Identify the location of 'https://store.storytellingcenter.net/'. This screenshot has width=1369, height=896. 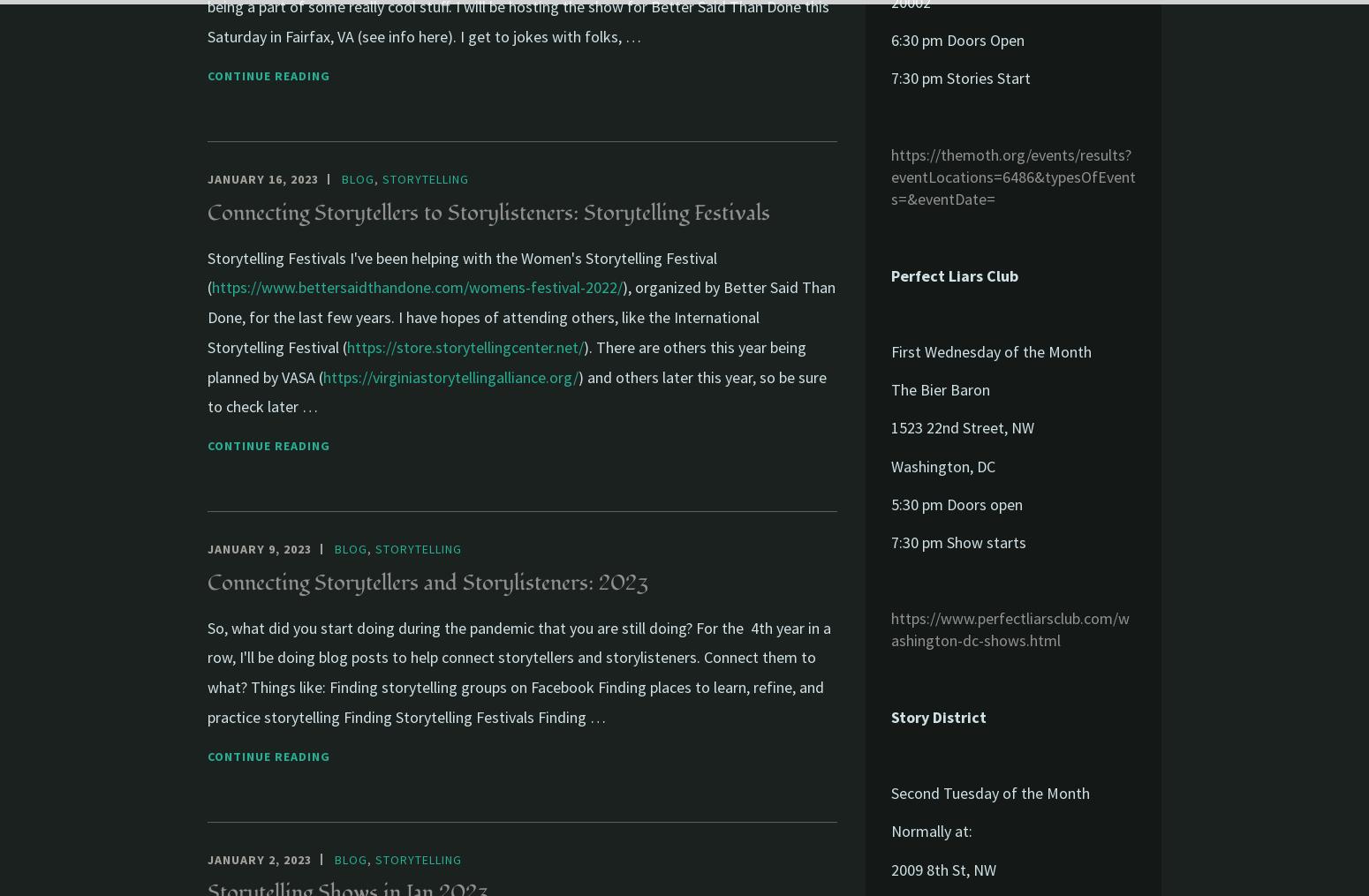
(465, 346).